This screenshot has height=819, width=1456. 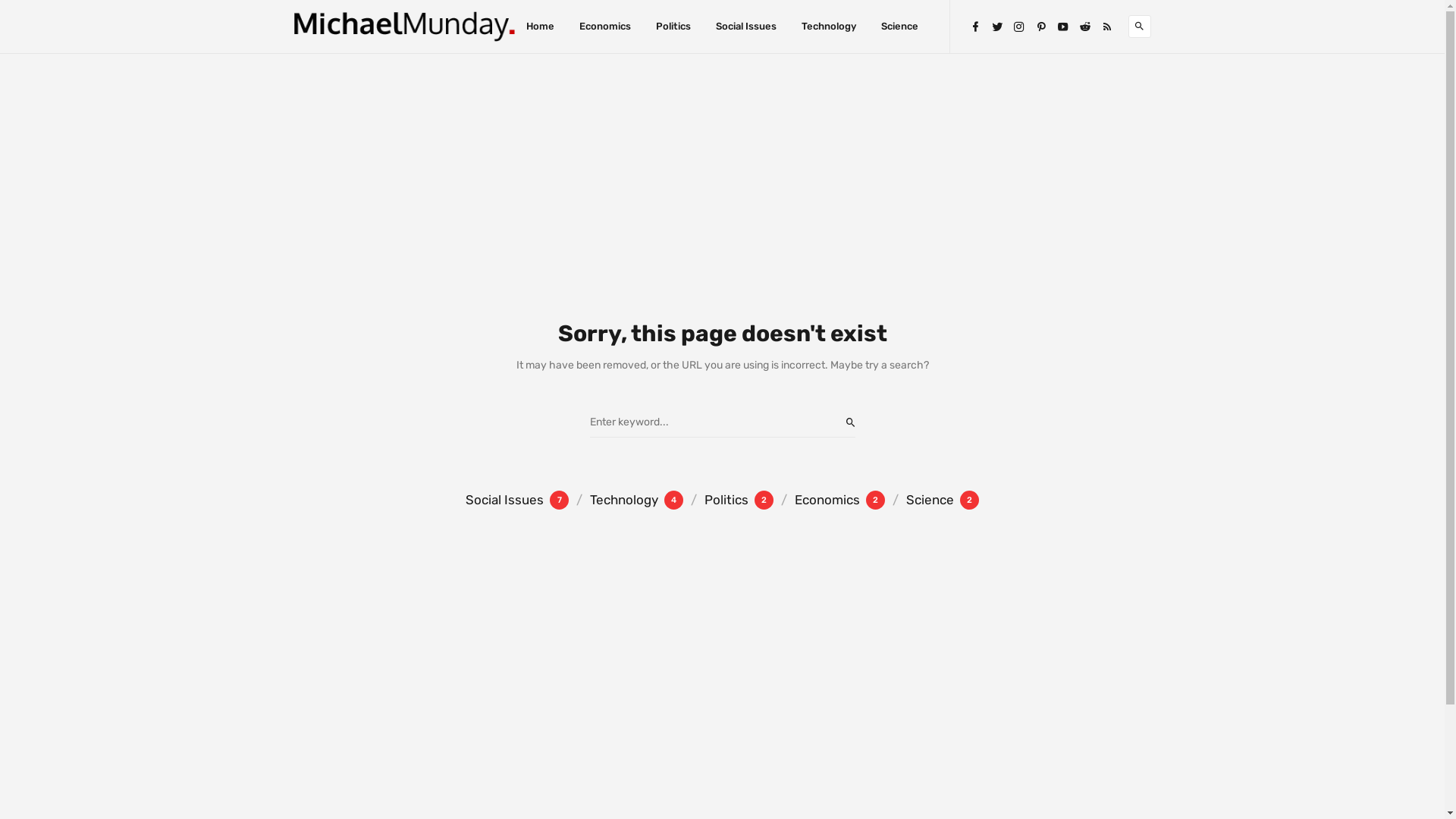 What do you see at coordinates (828, 26) in the screenshot?
I see `'Technology'` at bounding box center [828, 26].